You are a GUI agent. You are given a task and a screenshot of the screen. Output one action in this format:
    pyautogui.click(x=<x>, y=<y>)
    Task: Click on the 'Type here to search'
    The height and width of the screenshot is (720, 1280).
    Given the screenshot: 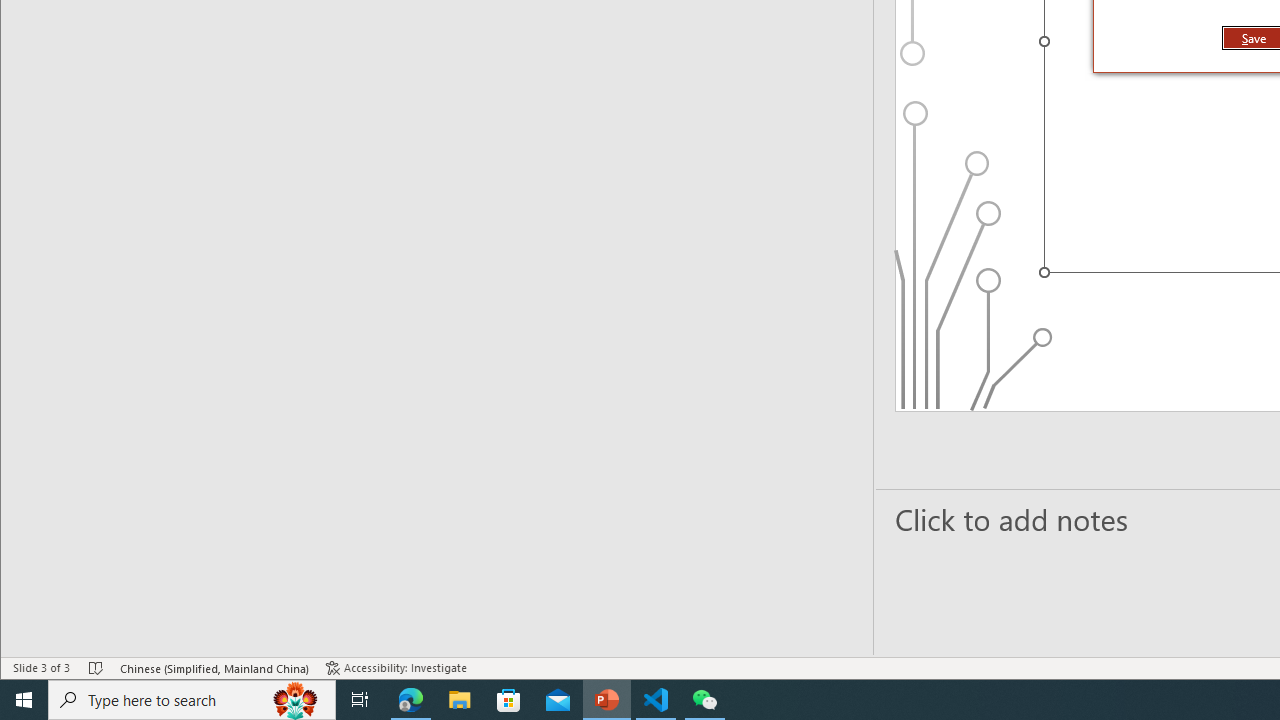 What is the action you would take?
    pyautogui.click(x=192, y=698)
    